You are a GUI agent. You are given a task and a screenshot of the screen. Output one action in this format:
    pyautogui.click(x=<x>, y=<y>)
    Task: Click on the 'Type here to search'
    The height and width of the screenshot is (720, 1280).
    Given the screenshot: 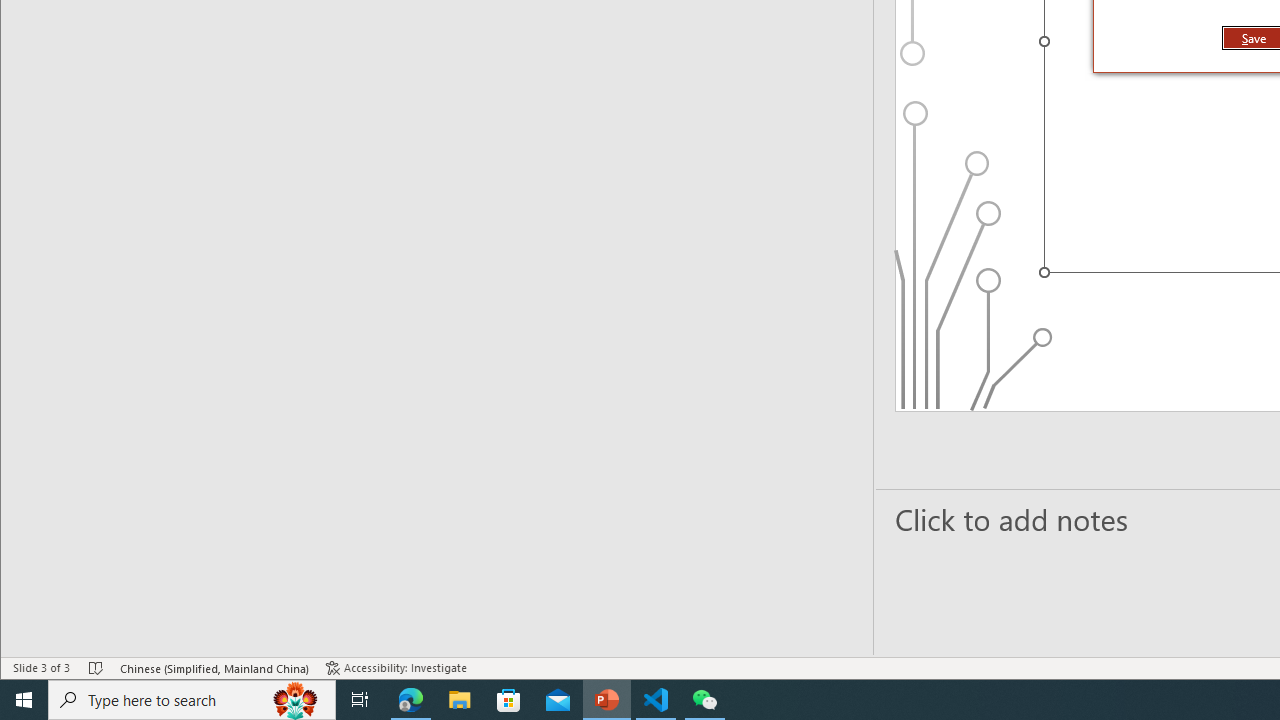 What is the action you would take?
    pyautogui.click(x=192, y=698)
    